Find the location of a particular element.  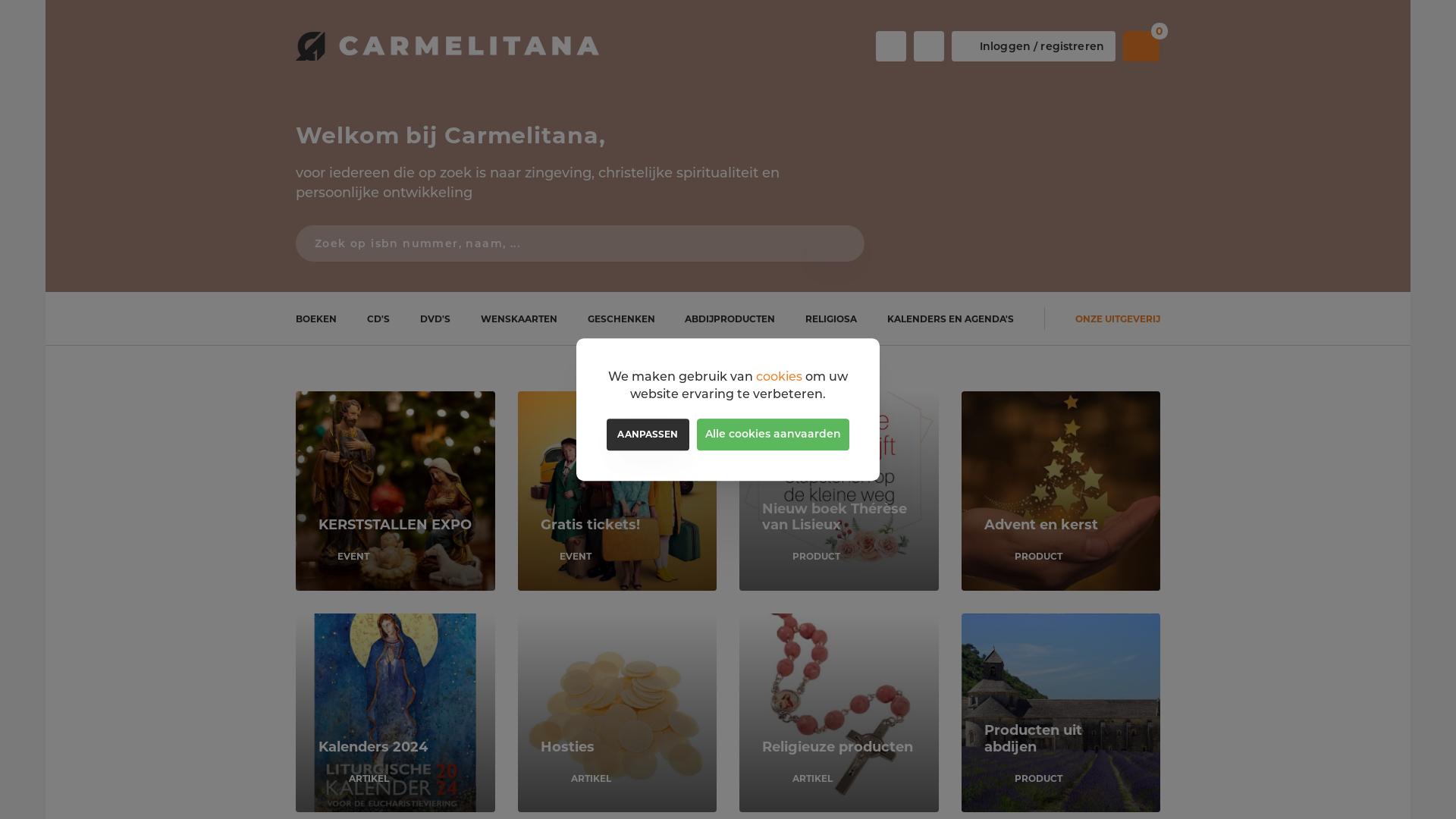

'DVD'S' is located at coordinates (435, 318).